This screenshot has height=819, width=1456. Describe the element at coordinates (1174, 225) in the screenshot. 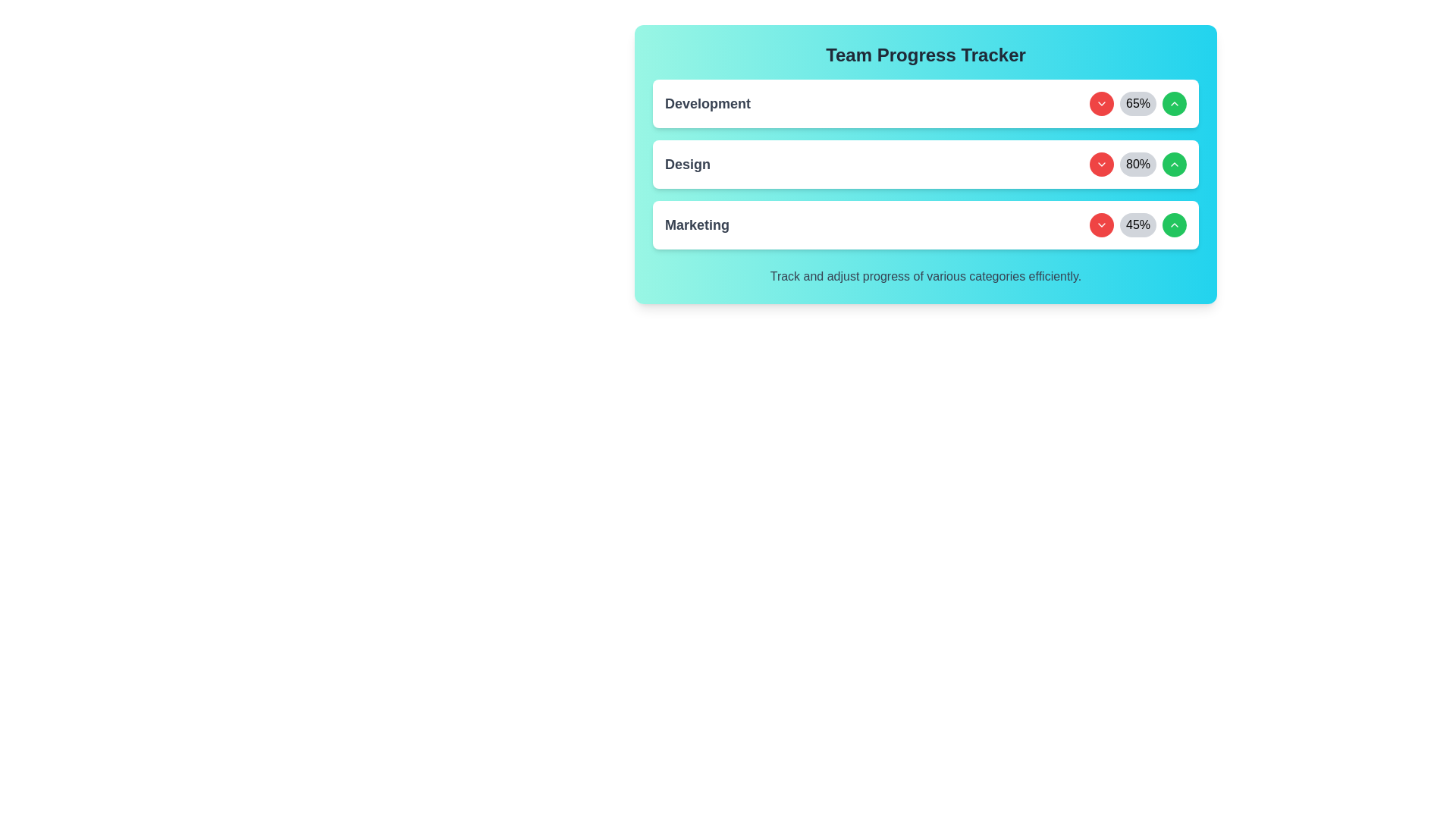

I see `the upward-pointing chevron icon located in the top-right corner of the green circular button on the progress tracker interface` at that location.